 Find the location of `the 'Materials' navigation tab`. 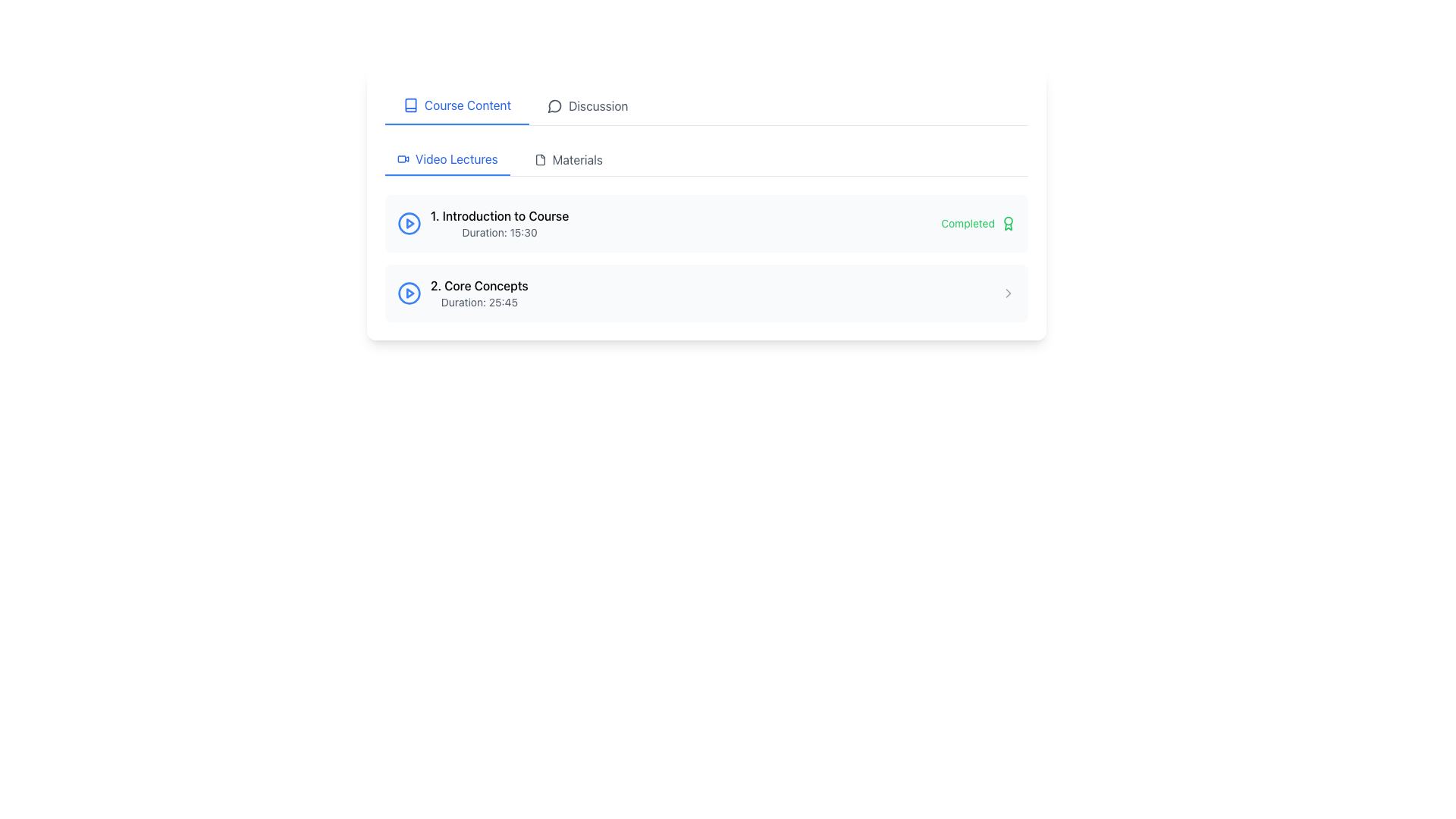

the 'Materials' navigation tab is located at coordinates (567, 160).